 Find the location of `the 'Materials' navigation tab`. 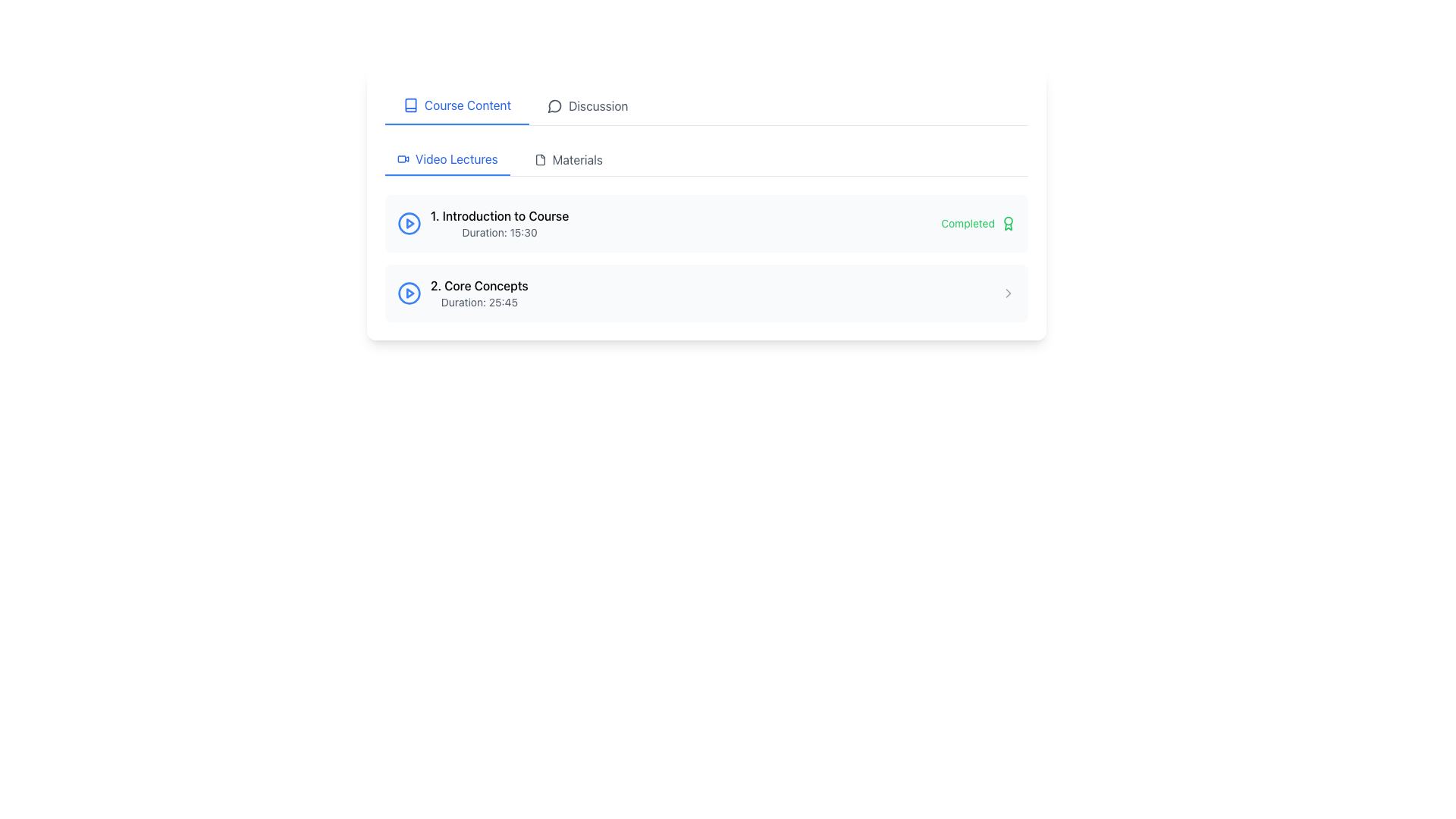

the 'Materials' navigation tab is located at coordinates (567, 160).